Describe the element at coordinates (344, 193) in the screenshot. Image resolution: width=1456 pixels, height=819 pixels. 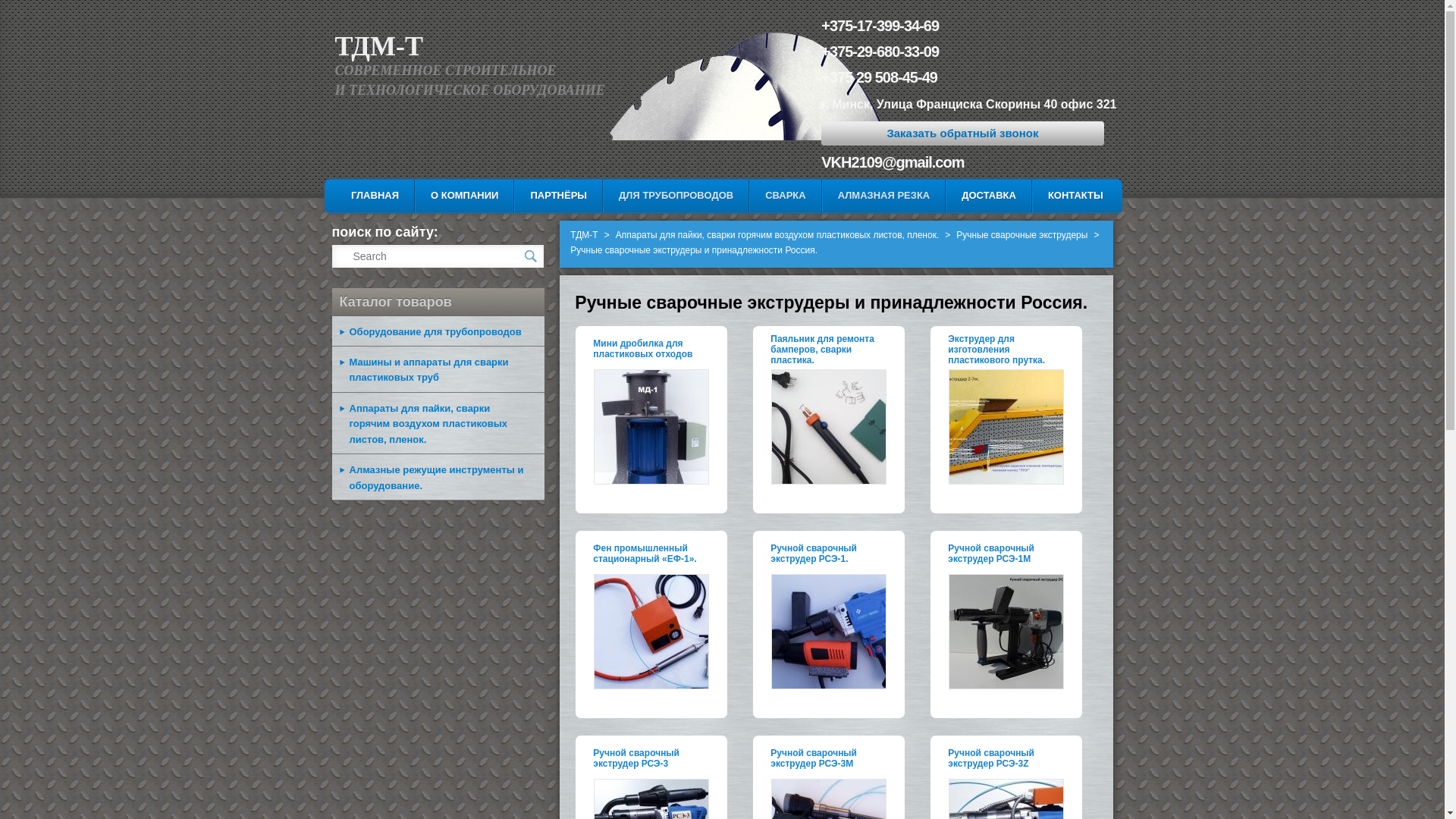
I see `'SKIP TO PRIMARY CONTENT'` at that location.